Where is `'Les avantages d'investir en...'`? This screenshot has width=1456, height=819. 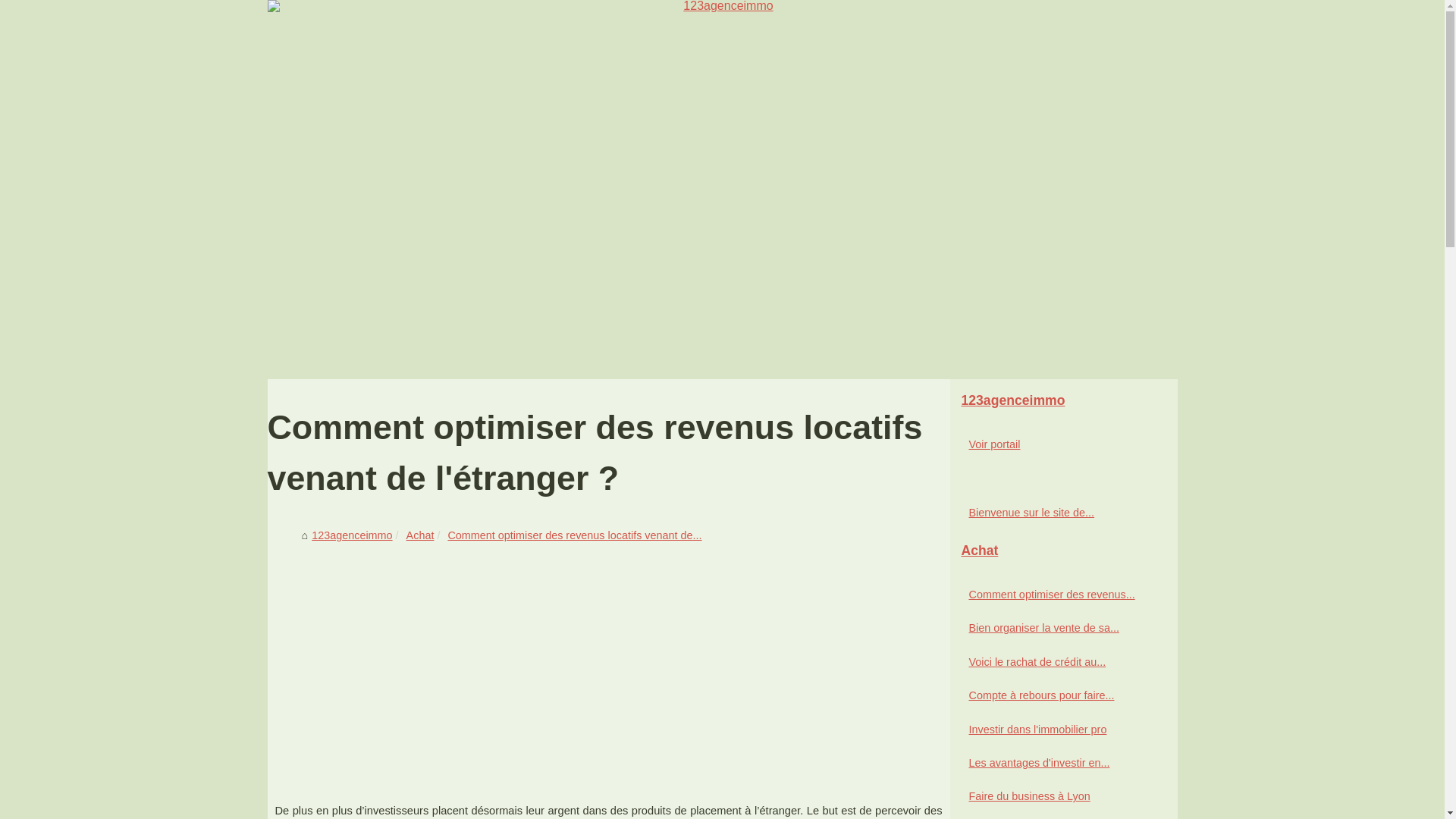
'Les avantages d'investir en...' is located at coordinates (1055, 763).